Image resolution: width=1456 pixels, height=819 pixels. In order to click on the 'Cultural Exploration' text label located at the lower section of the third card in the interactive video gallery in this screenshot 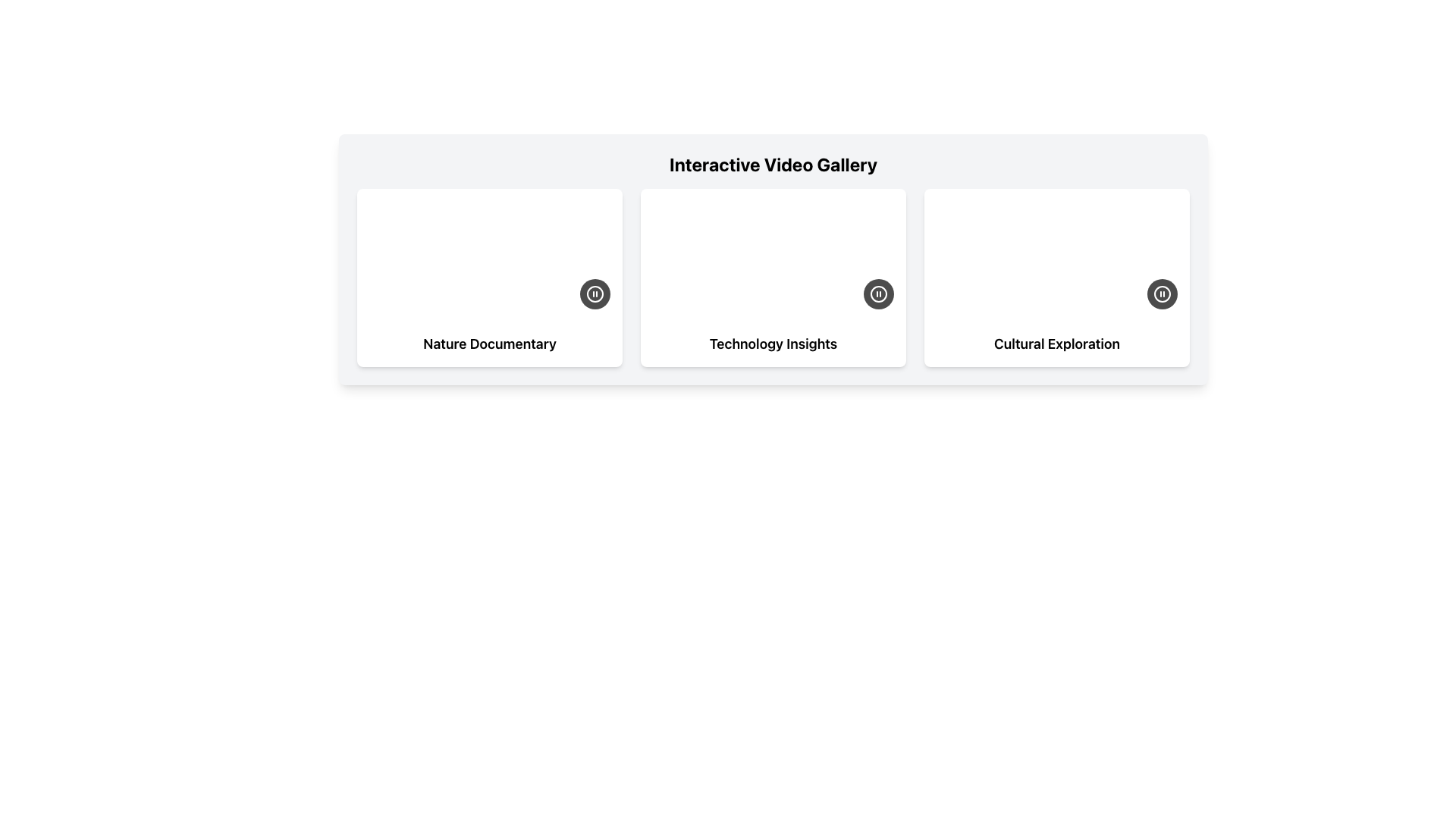, I will do `click(1056, 344)`.